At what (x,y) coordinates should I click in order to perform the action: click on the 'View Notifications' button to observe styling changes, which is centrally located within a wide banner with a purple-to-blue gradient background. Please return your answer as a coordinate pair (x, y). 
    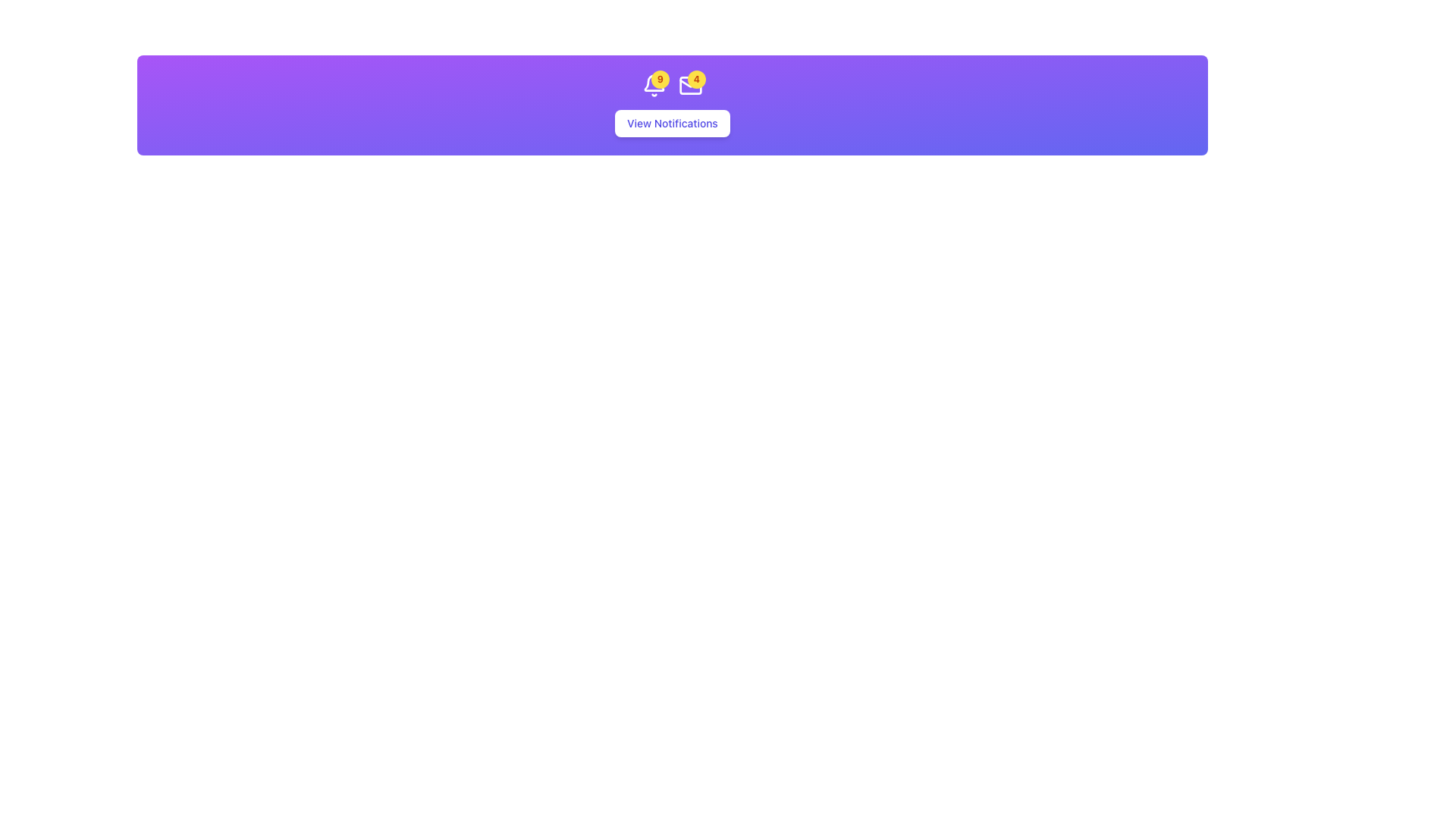
    Looking at the image, I should click on (672, 122).